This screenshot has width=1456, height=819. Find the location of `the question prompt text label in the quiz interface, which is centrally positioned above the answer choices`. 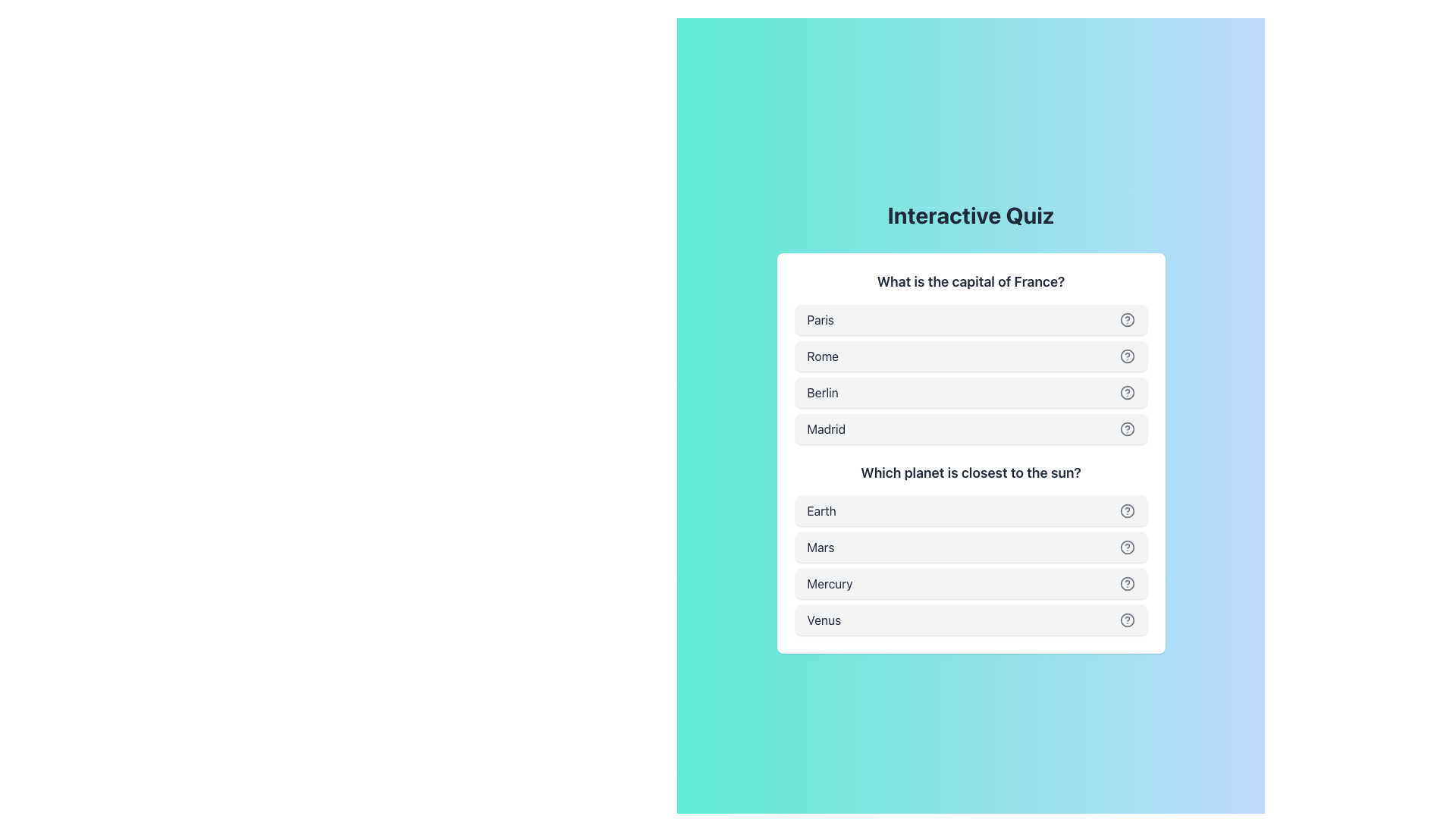

the question prompt text label in the quiz interface, which is centrally positioned above the answer choices is located at coordinates (971, 472).